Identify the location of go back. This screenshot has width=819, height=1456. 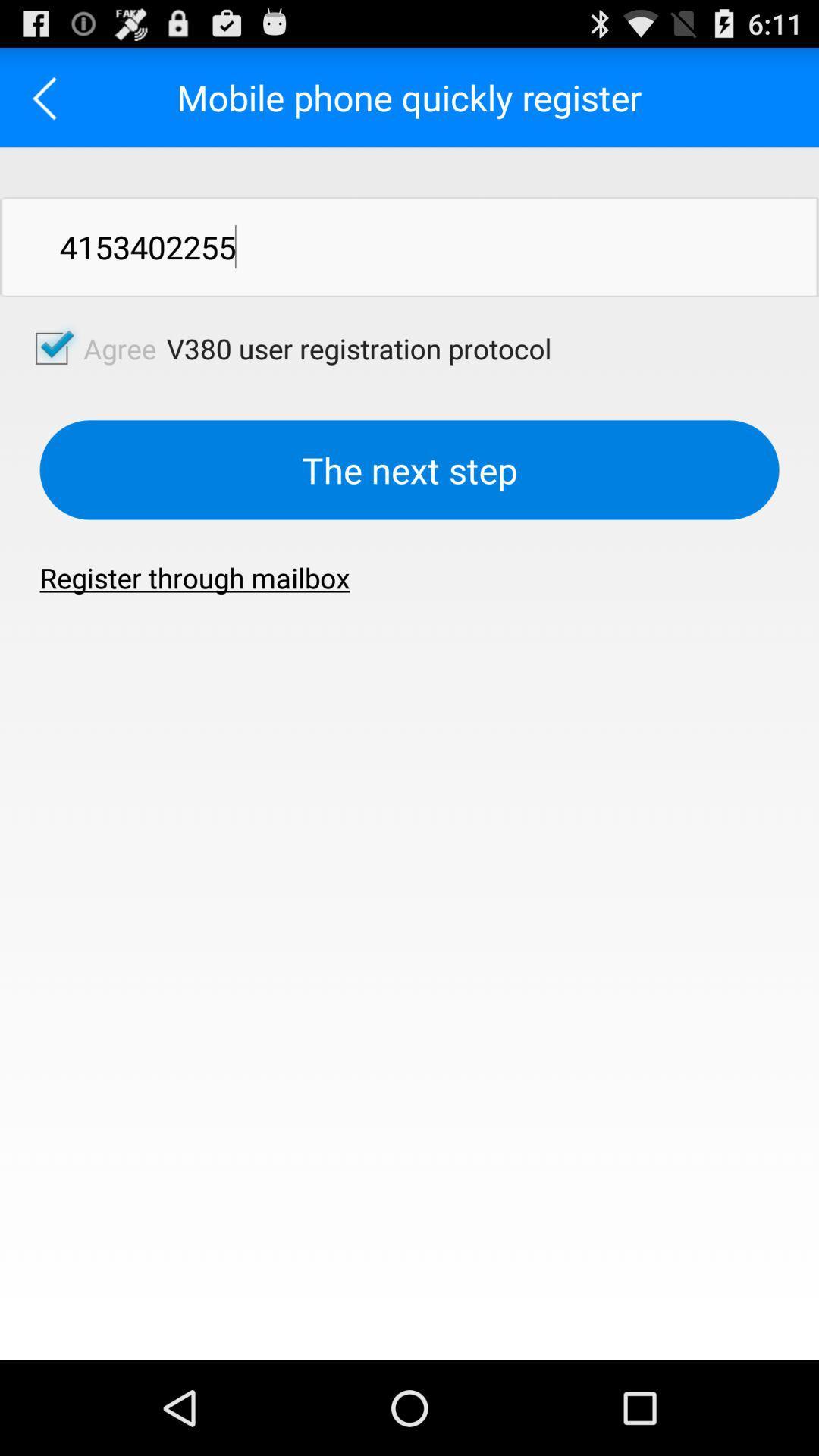
(49, 96).